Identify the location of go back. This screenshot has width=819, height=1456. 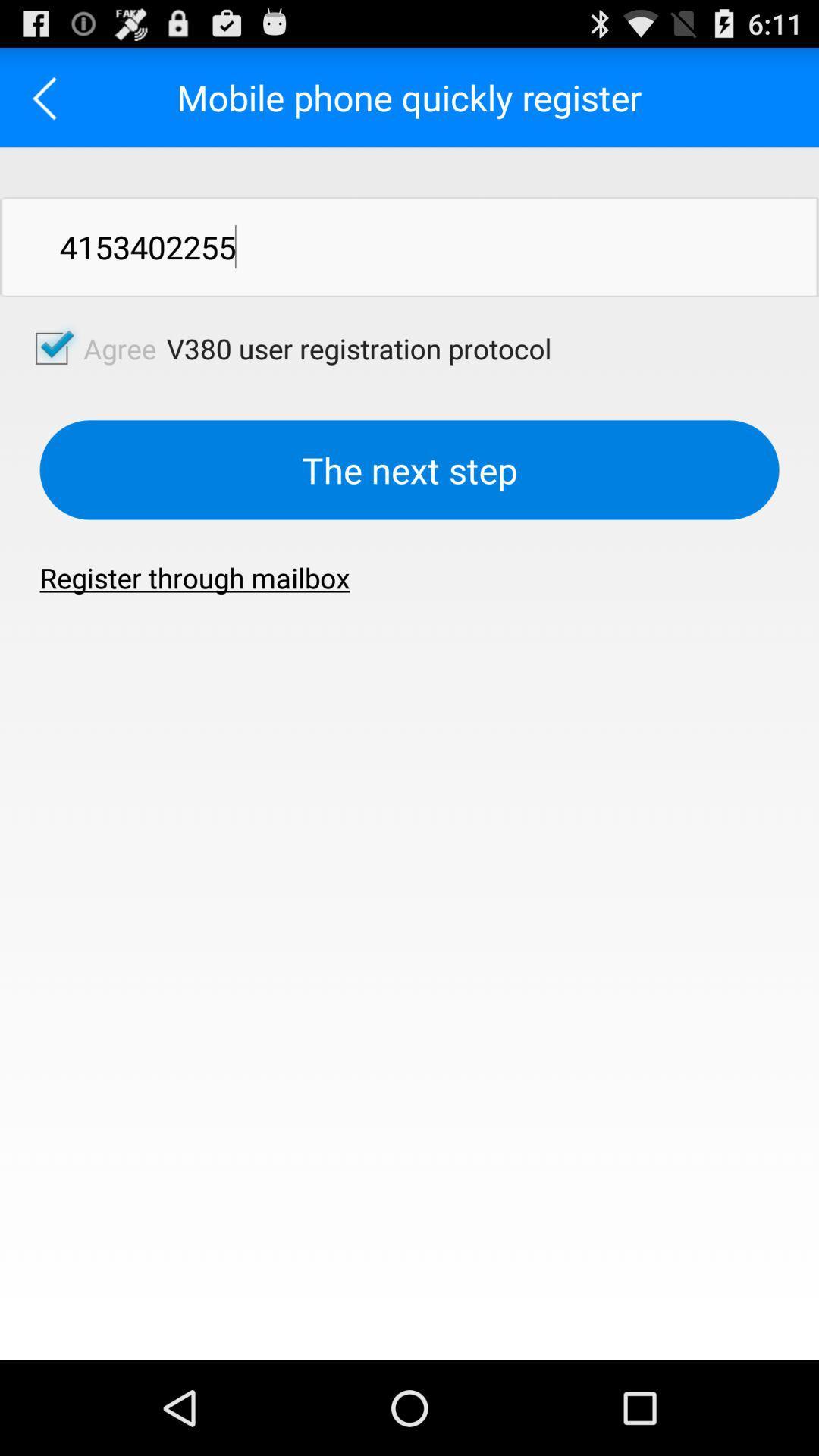
(49, 96).